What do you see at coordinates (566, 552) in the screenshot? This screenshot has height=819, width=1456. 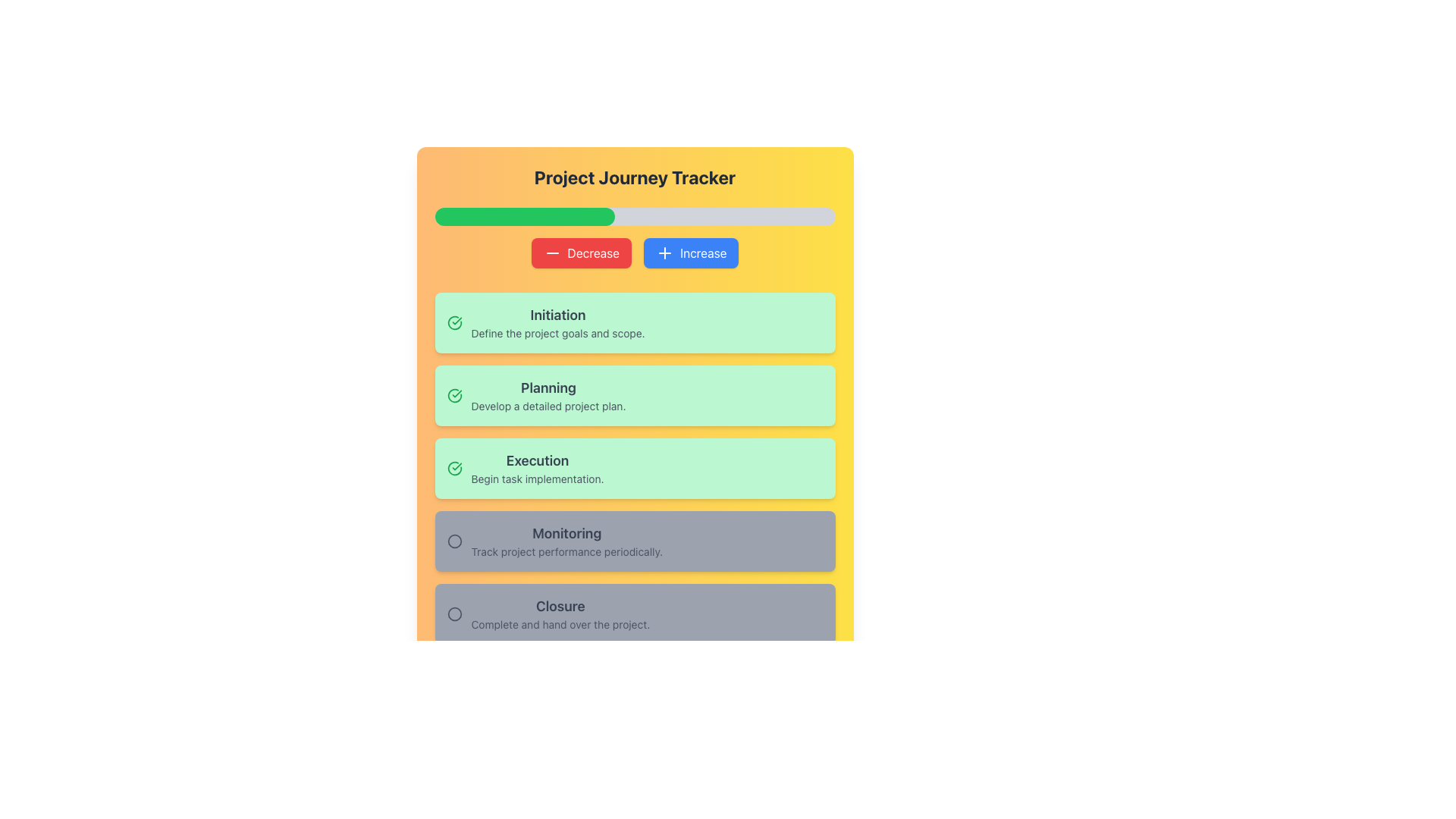 I see `text label providing additional information about the 'Monitoring' section, which is located below the title 'Monitoring' within a gray rectangular section in the project tracker interface` at bounding box center [566, 552].